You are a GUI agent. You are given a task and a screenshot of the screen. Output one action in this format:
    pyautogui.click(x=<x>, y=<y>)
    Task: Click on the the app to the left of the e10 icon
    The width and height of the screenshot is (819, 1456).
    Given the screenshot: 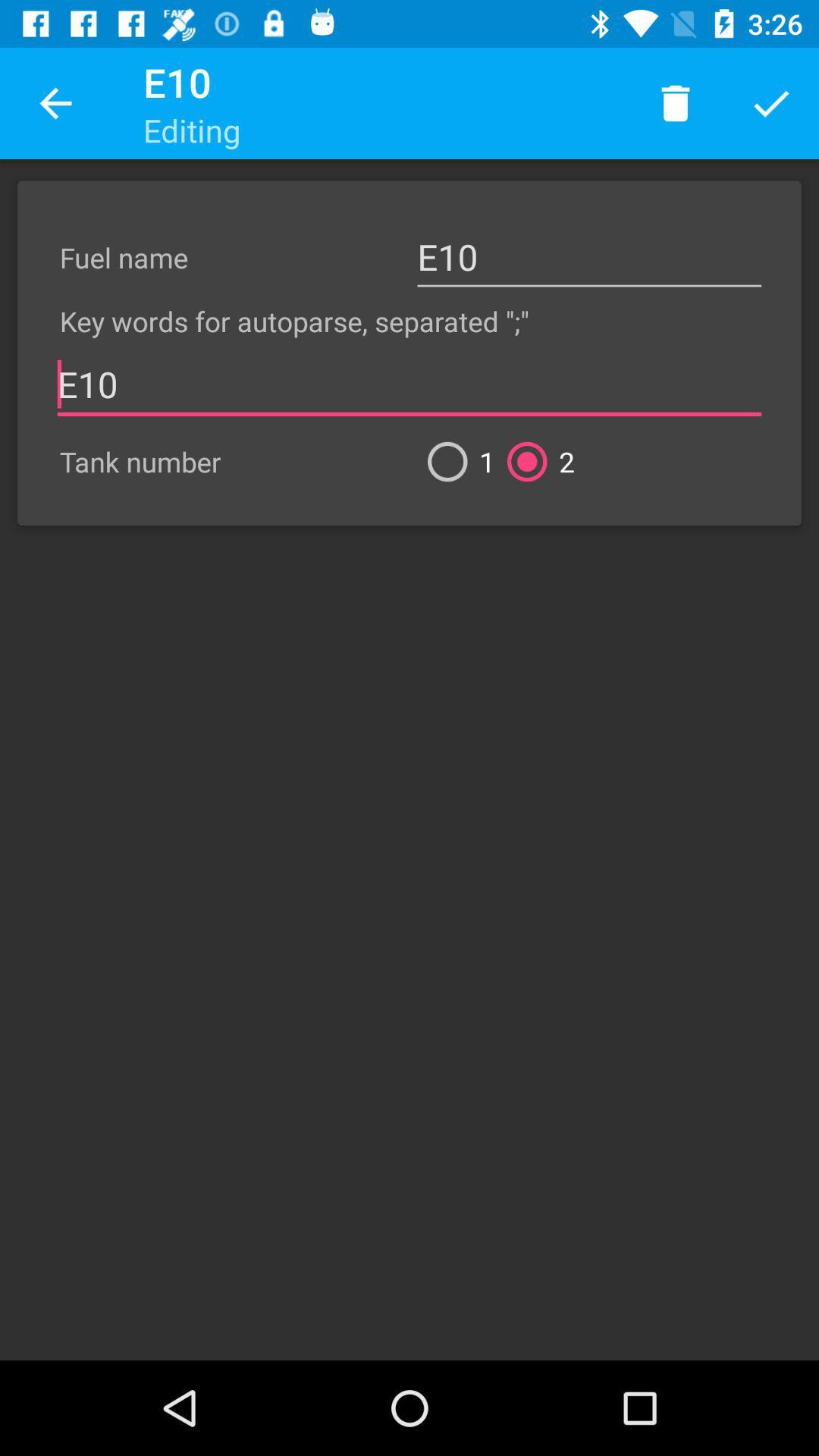 What is the action you would take?
    pyautogui.click(x=55, y=102)
    